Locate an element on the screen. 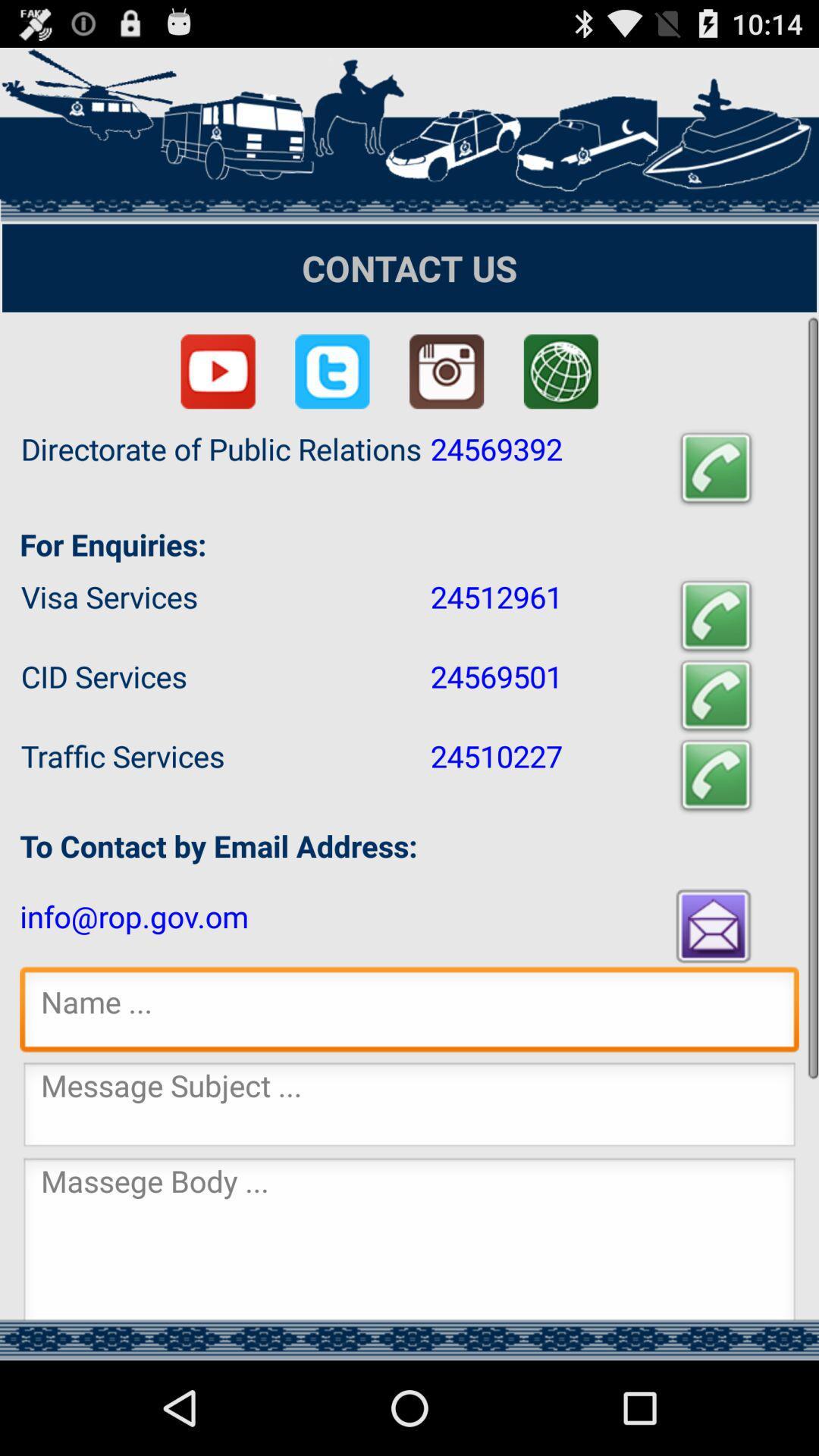 The width and height of the screenshot is (819, 1456). the email icon is located at coordinates (715, 990).